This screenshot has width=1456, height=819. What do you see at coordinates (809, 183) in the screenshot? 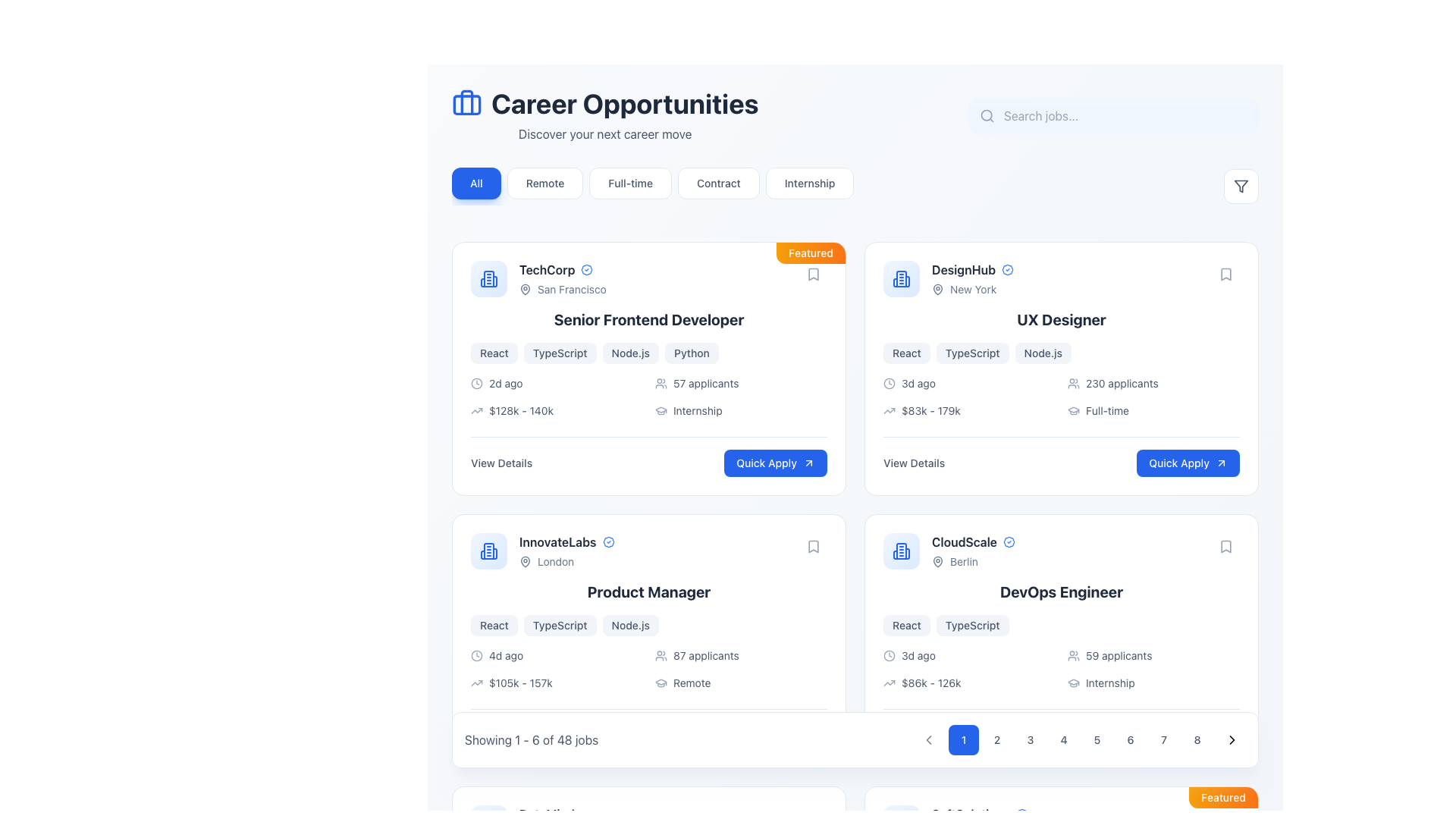
I see `the 'Internship' button, which is a rounded rectangular button with a white background and slate-gray text, to filter results` at bounding box center [809, 183].